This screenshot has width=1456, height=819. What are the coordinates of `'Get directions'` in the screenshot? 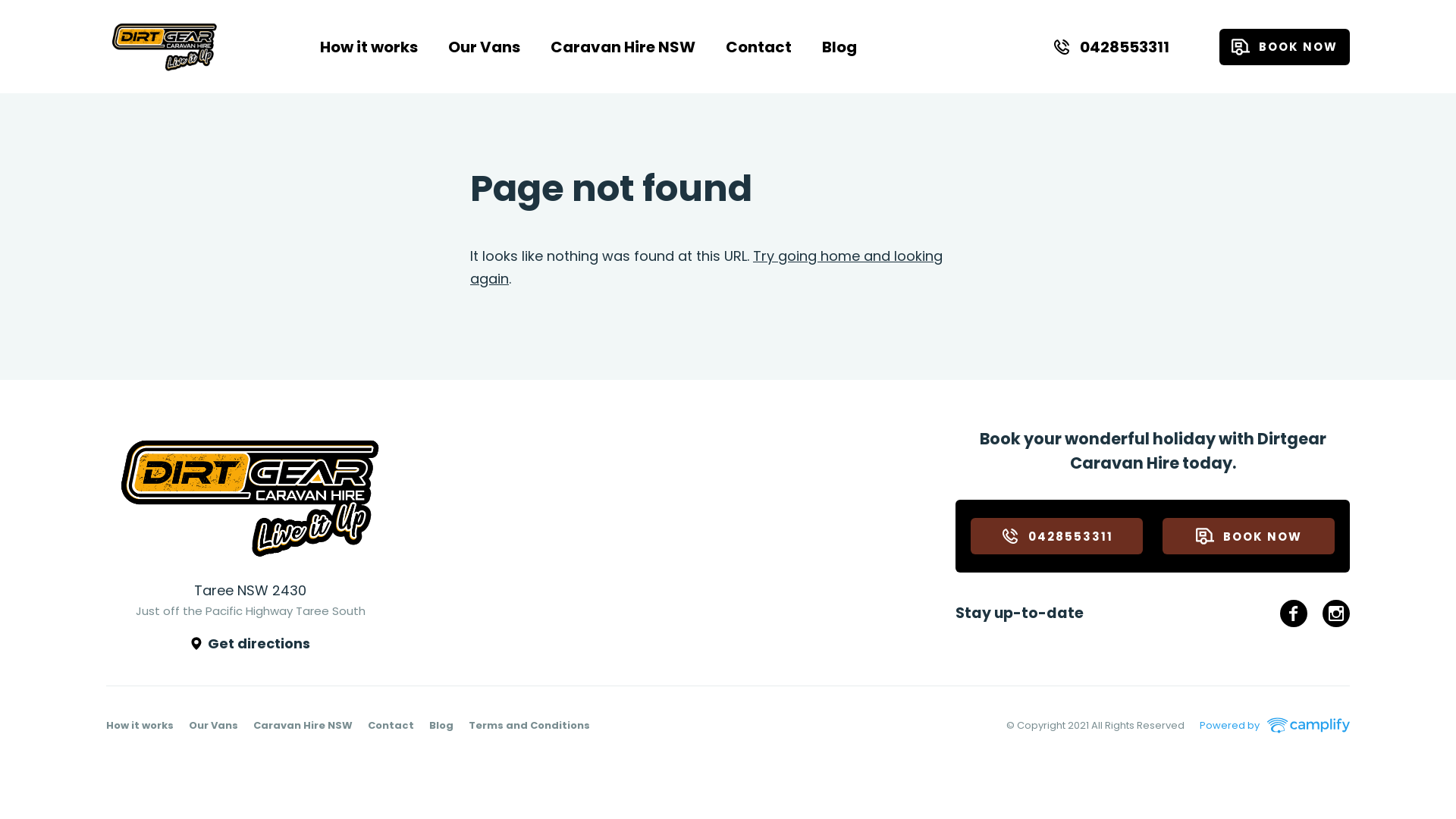 It's located at (250, 643).